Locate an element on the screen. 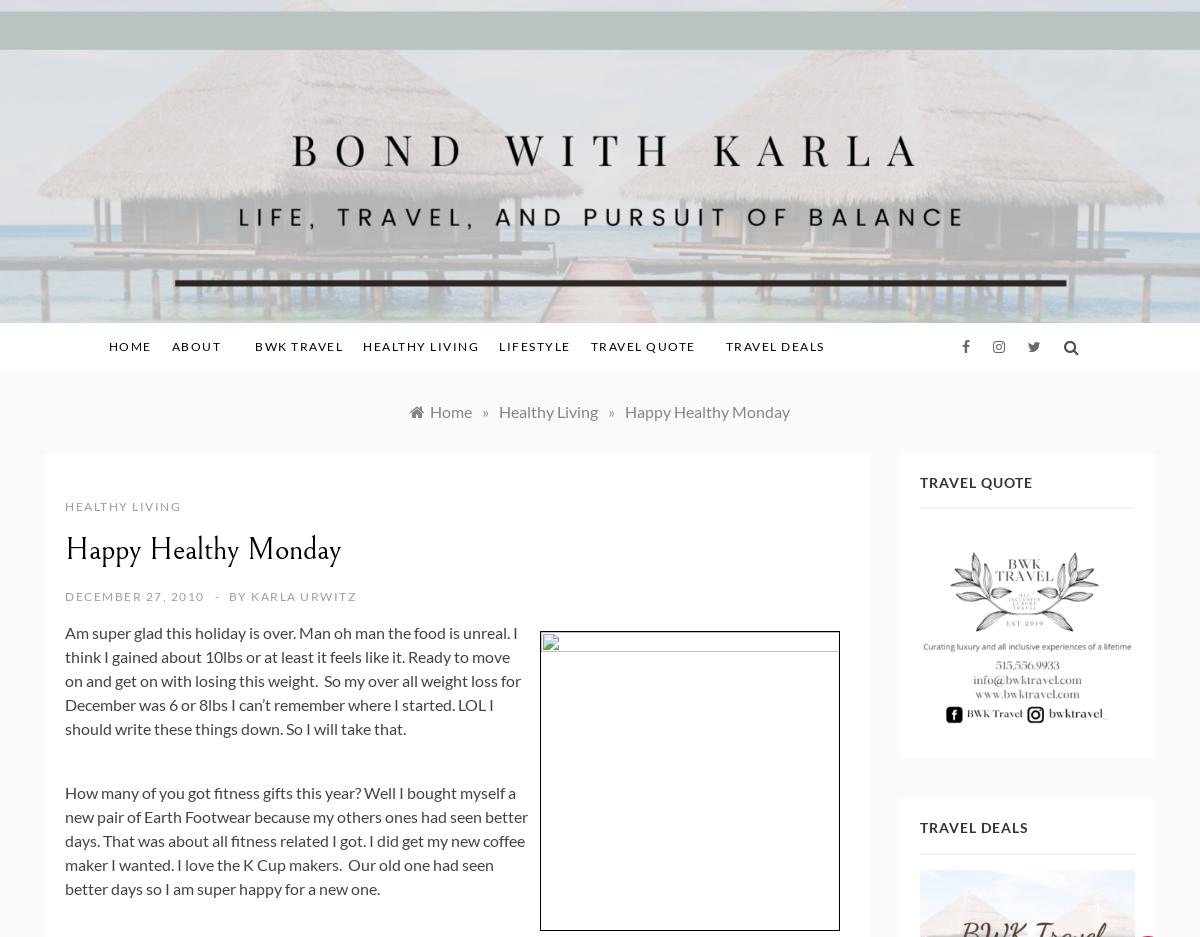  'December 27, 2010' is located at coordinates (65, 595).